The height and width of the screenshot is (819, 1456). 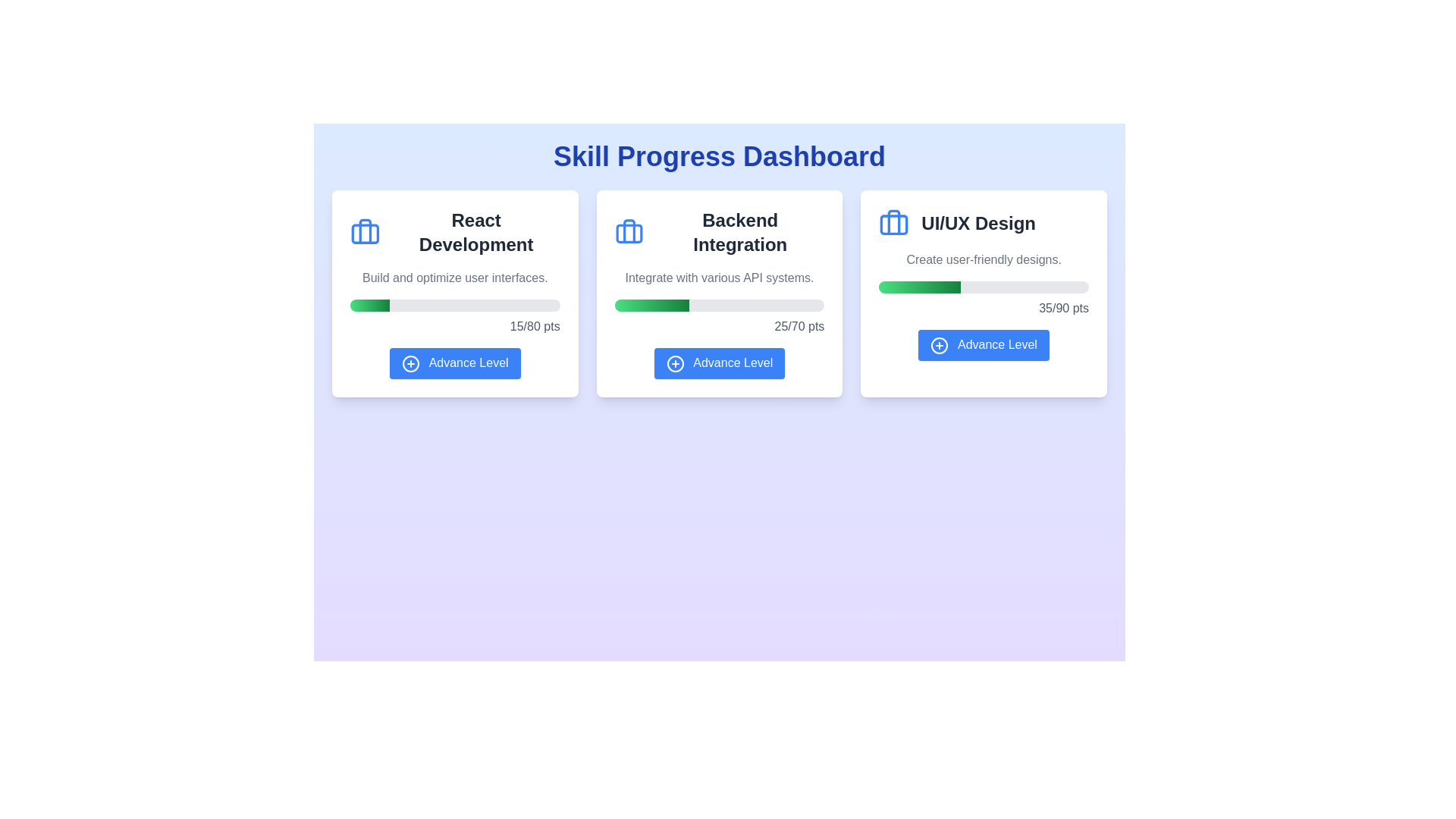 What do you see at coordinates (674, 363) in the screenshot?
I see `the leading icon of the 'Advance Level' button located in the center card labeled 'Backend Integration'` at bounding box center [674, 363].